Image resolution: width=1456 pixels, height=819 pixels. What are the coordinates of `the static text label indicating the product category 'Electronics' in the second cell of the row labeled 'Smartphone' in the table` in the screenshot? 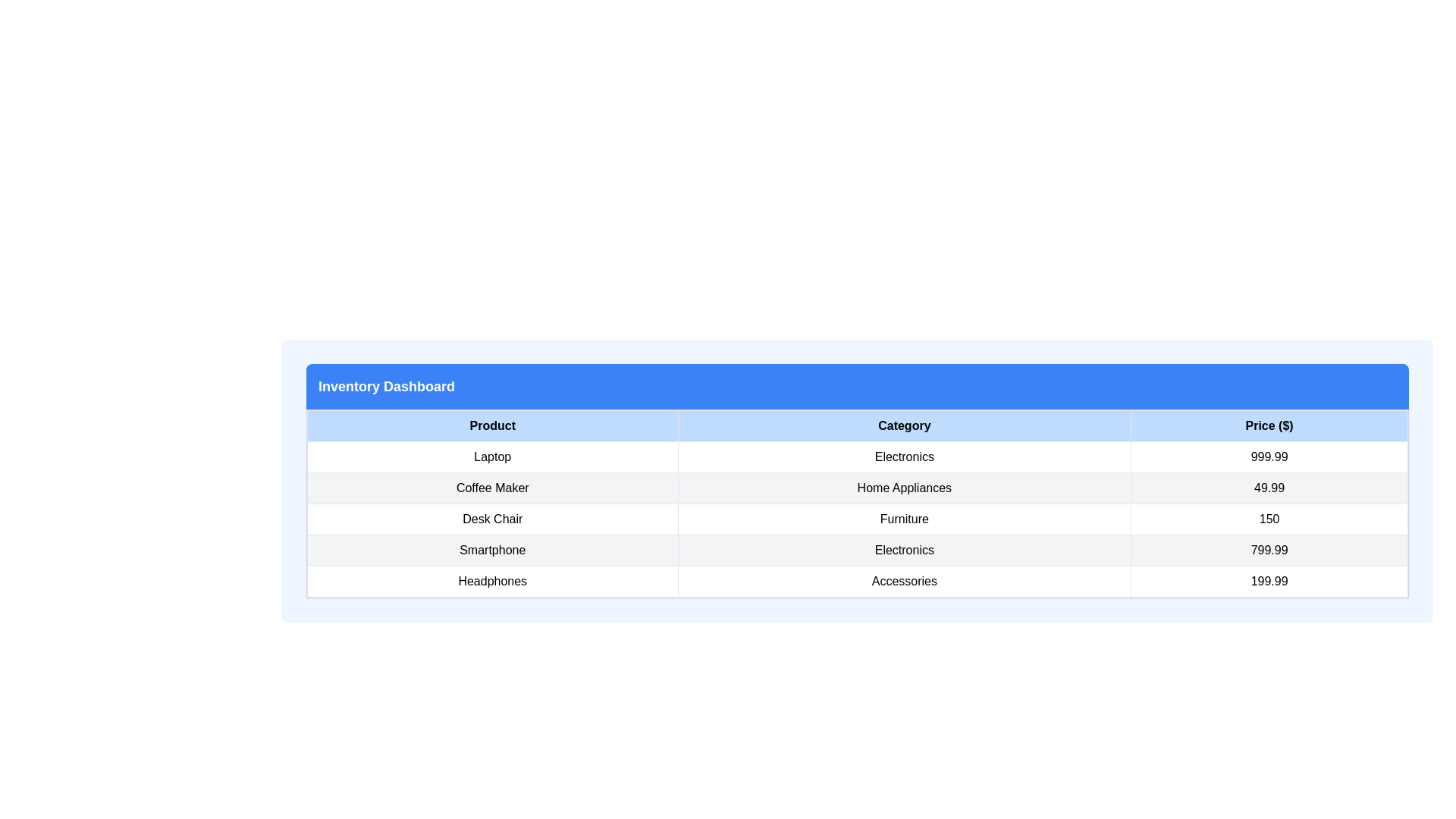 It's located at (904, 550).